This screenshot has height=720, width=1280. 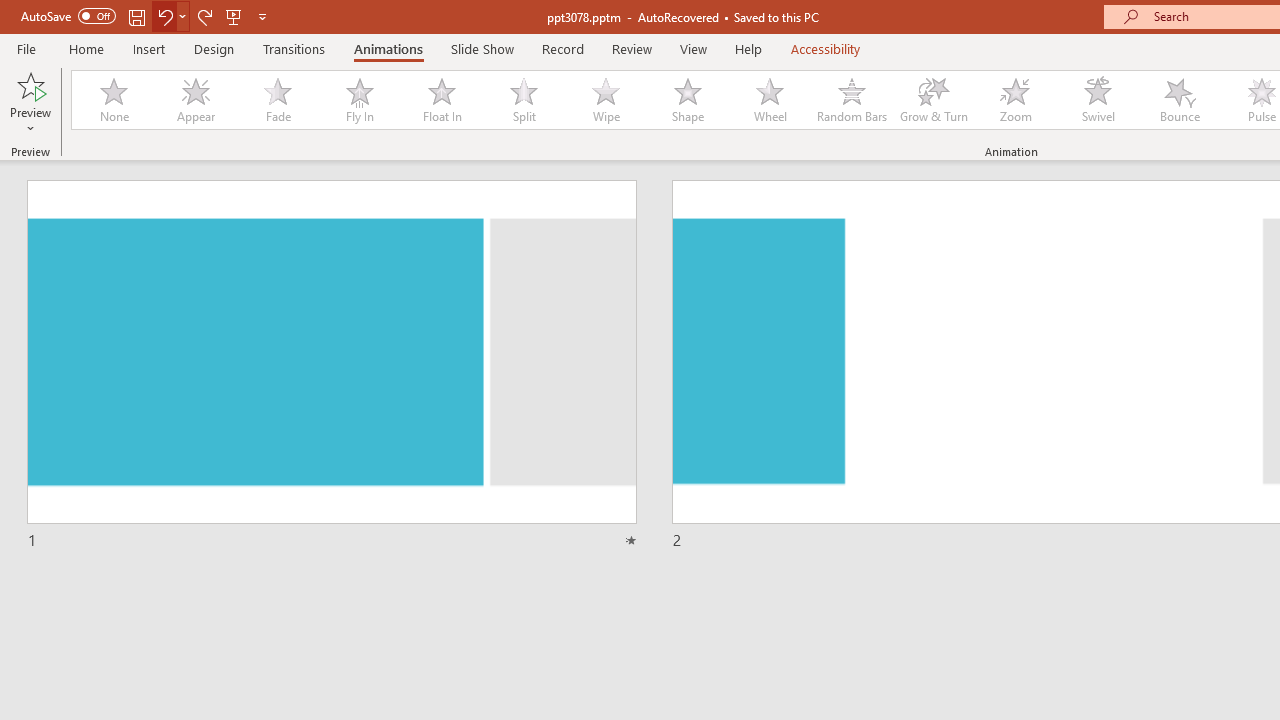 What do you see at coordinates (933, 100) in the screenshot?
I see `'Grow & Turn'` at bounding box center [933, 100].